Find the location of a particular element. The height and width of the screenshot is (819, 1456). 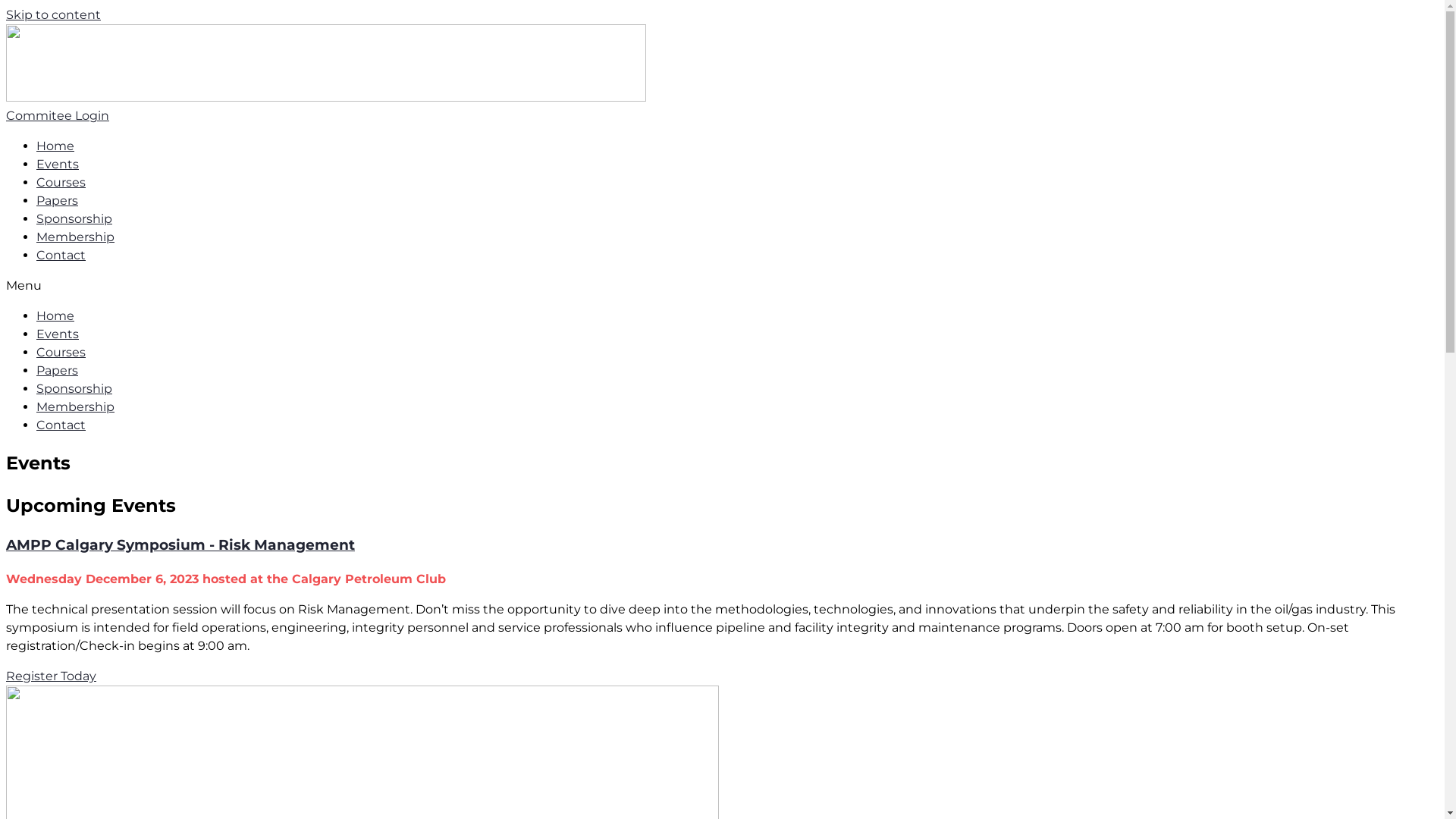

'Membership' is located at coordinates (74, 237).